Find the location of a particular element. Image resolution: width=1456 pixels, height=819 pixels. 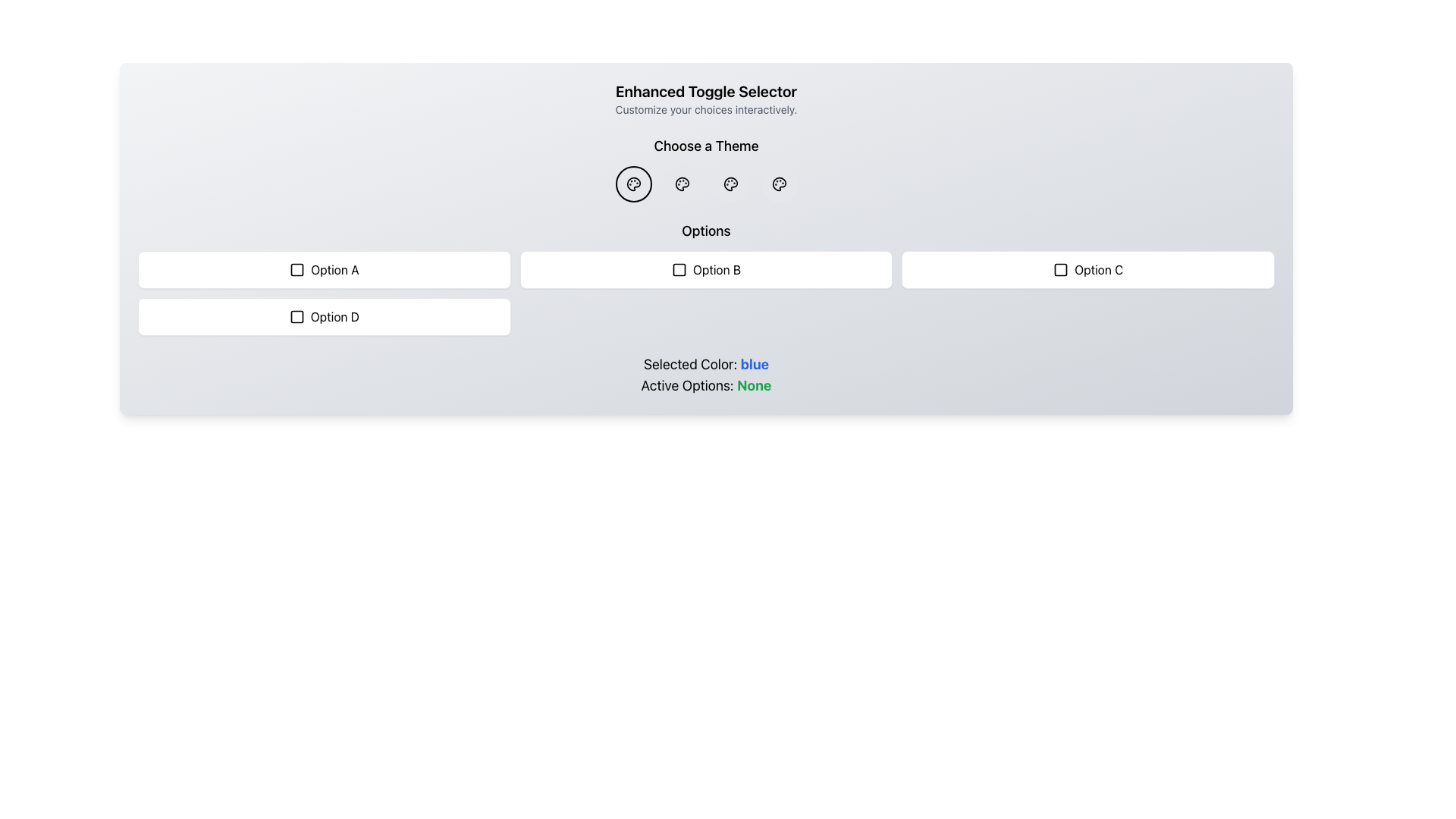

the leftmost circular theme icon located under the 'Choose a Theme' heading is located at coordinates (633, 184).